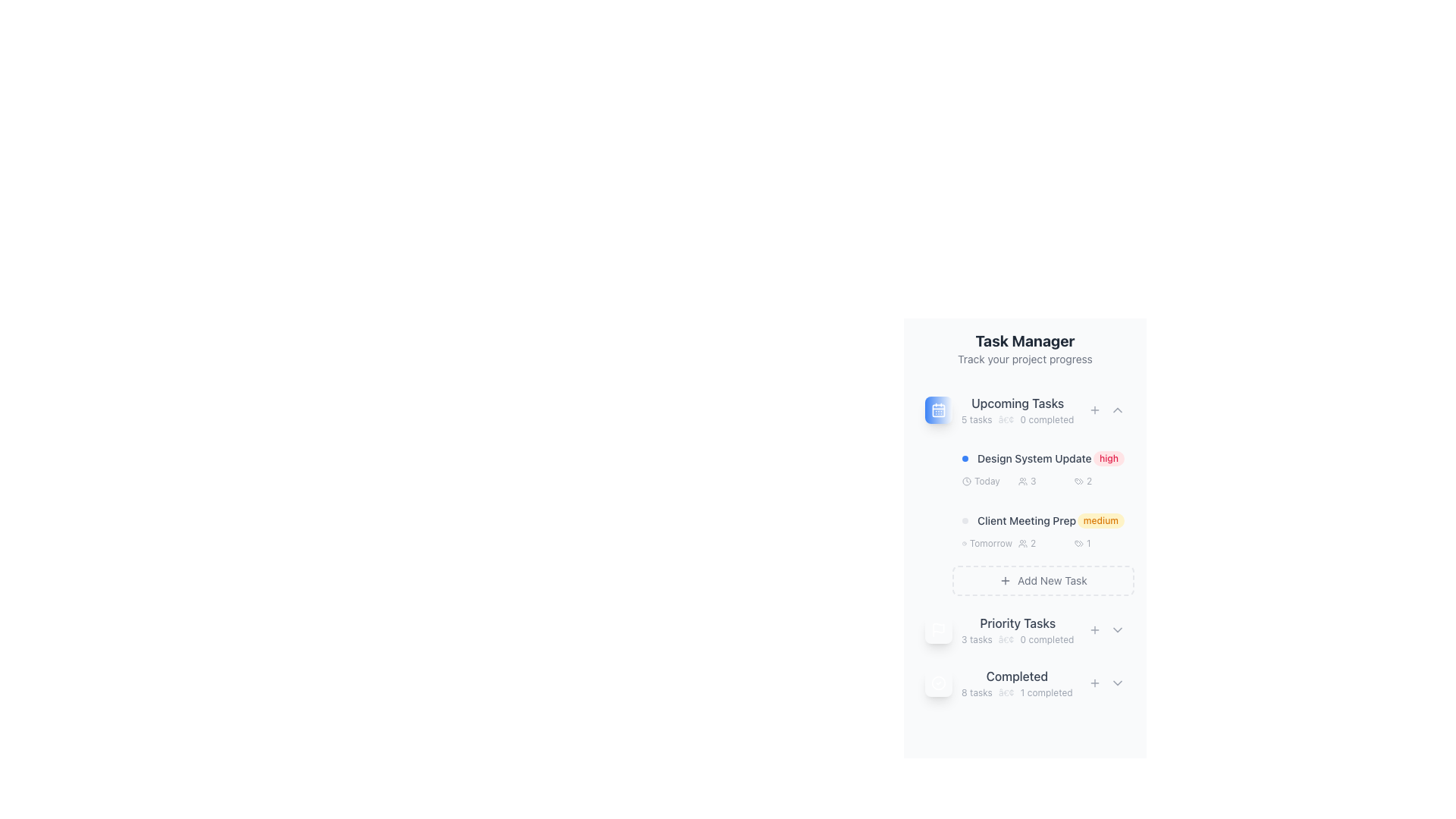 This screenshot has width=1456, height=819. Describe the element at coordinates (999, 683) in the screenshot. I see `the checkmark icon in the 'Completed' section of the 'Task Manager' interface to mark the tasks as reviewed` at that location.